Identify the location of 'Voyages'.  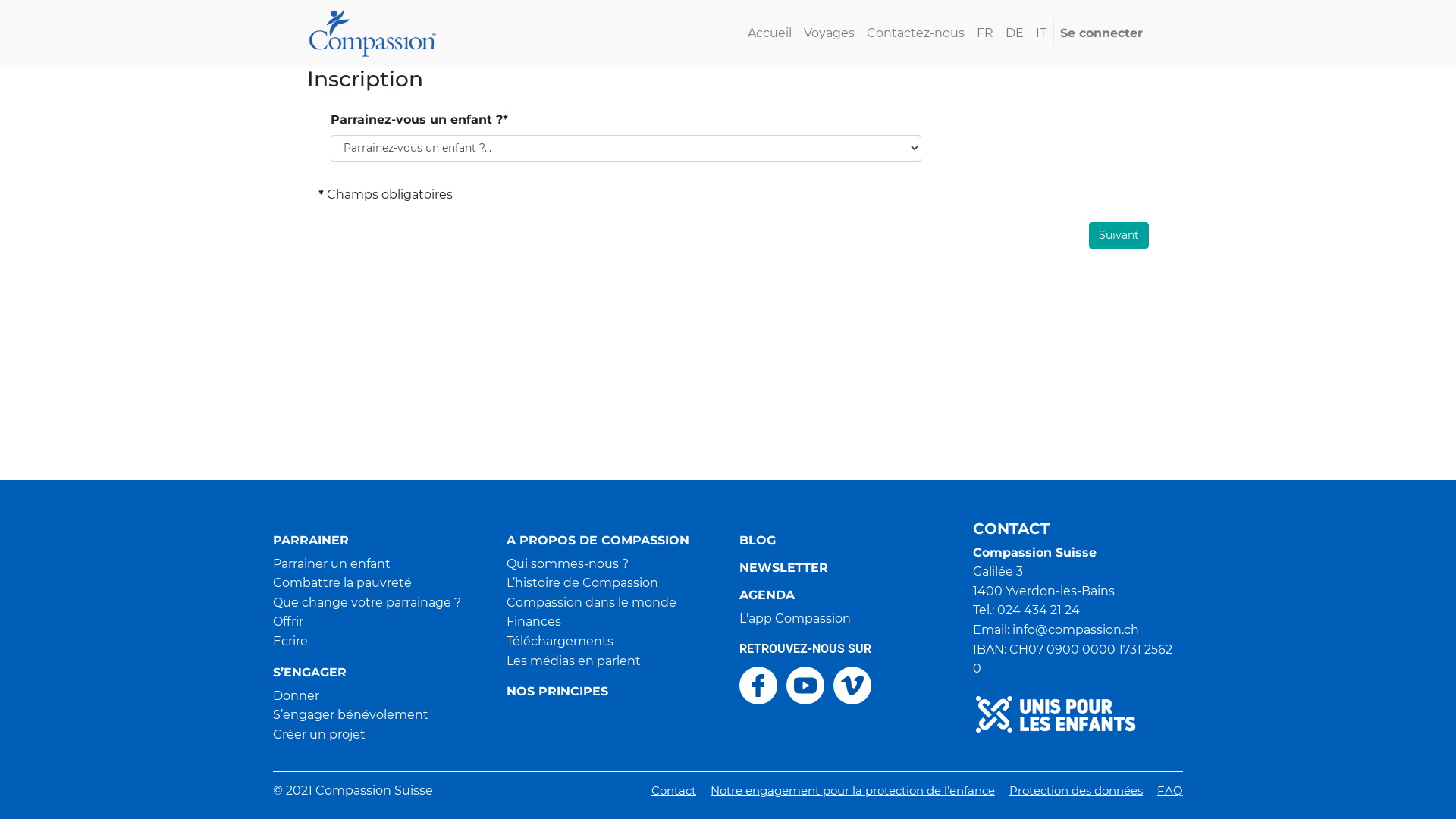
(828, 33).